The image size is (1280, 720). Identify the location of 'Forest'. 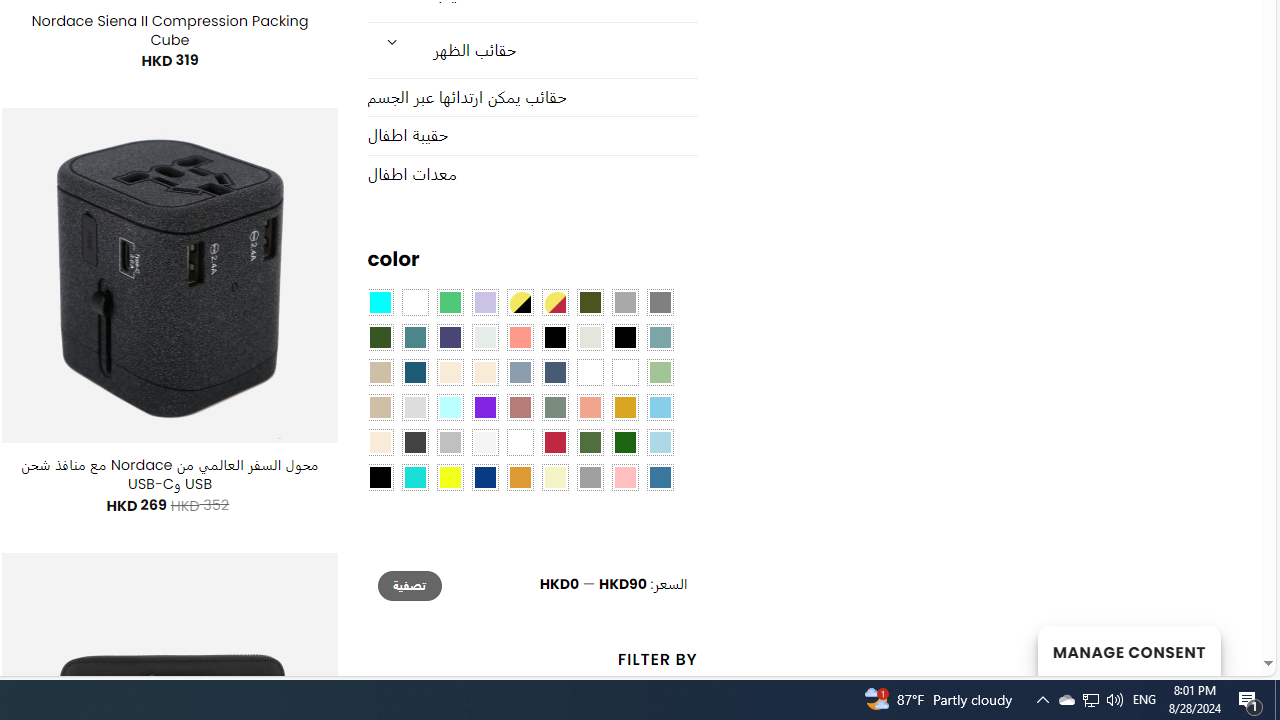
(380, 337).